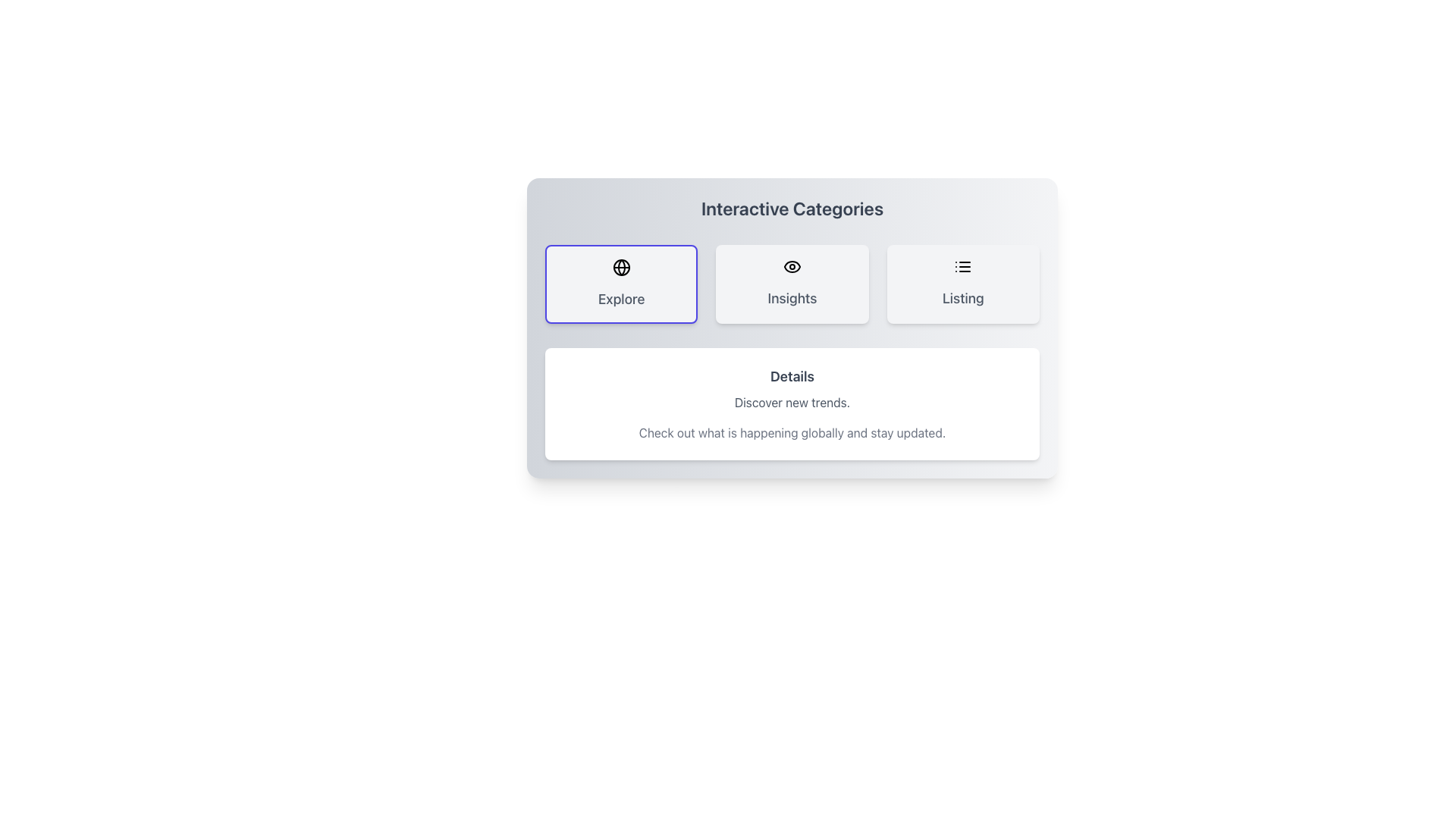 The image size is (1456, 819). Describe the element at coordinates (792, 298) in the screenshot. I see `text label 'Insights' which is styled in a medium-sized sans-serif font in gray color, located below an eye-like icon in the middle card of a group of three cards` at that location.